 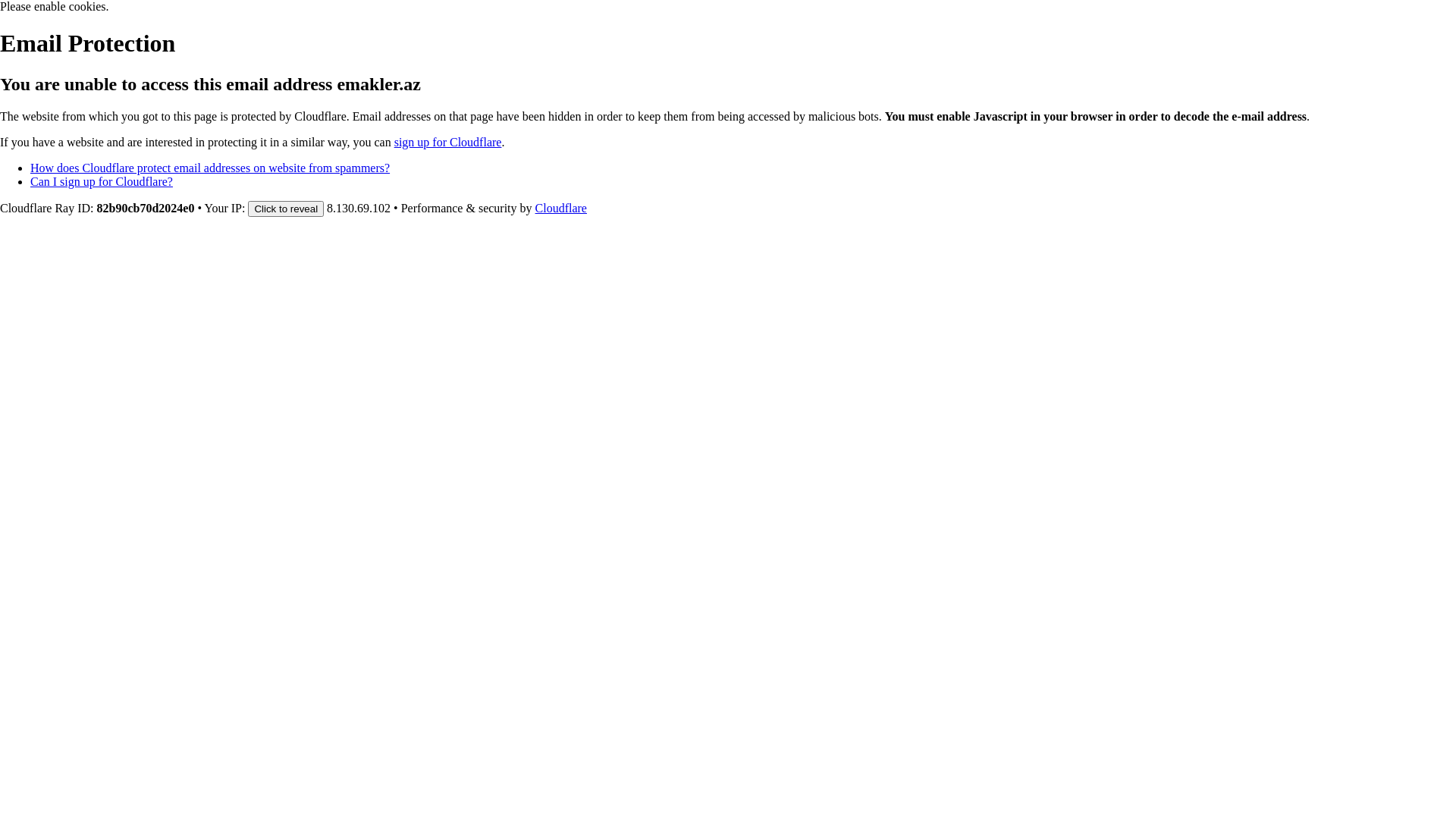 What do you see at coordinates (286, 209) in the screenshot?
I see `'Click to reveal'` at bounding box center [286, 209].